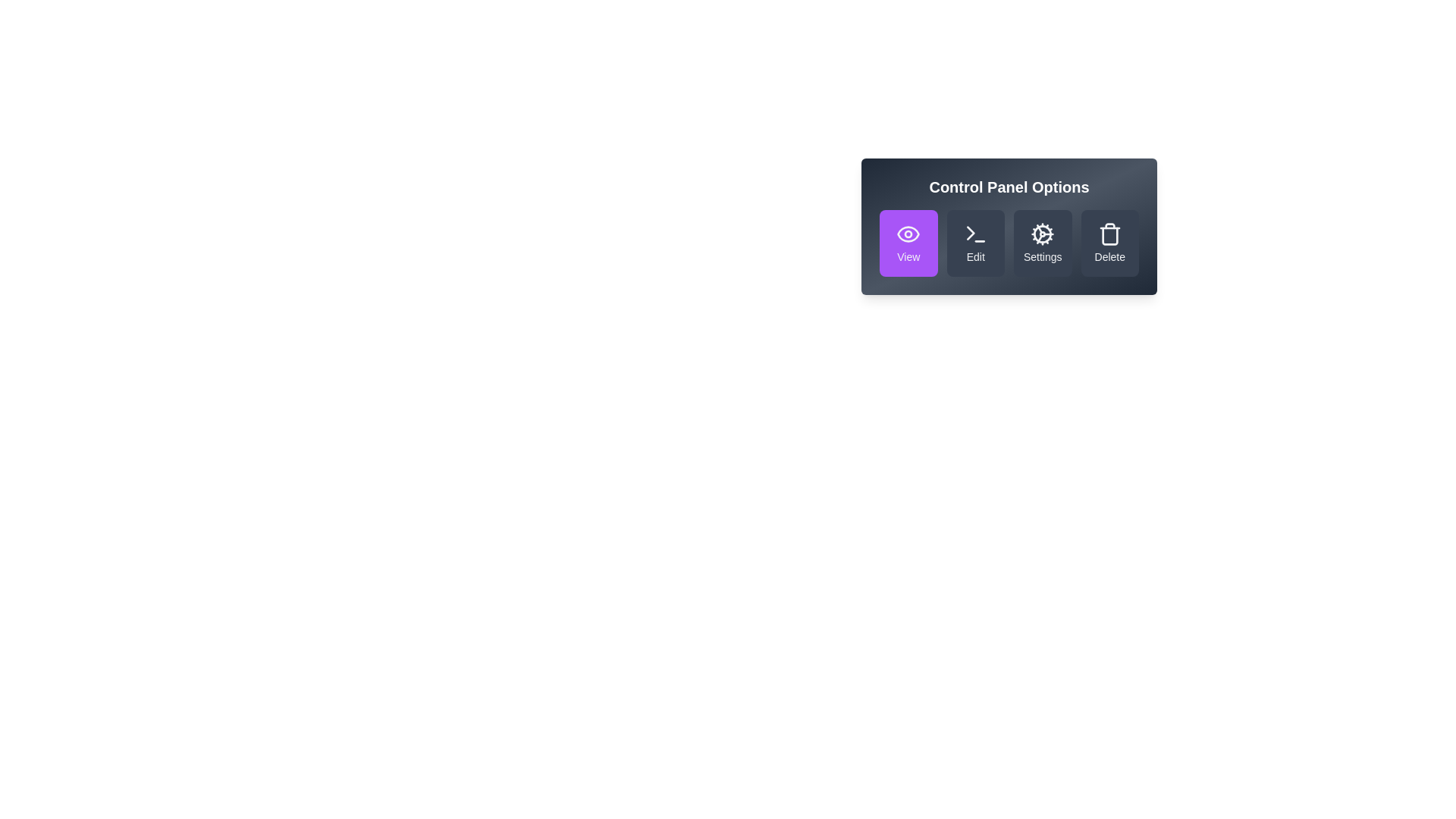 The width and height of the screenshot is (1456, 819). What do you see at coordinates (1042, 242) in the screenshot?
I see `the settings button located in the 'Control Panel Options' section, which is the third button in a sequence of four buttons, to change its appearance` at bounding box center [1042, 242].